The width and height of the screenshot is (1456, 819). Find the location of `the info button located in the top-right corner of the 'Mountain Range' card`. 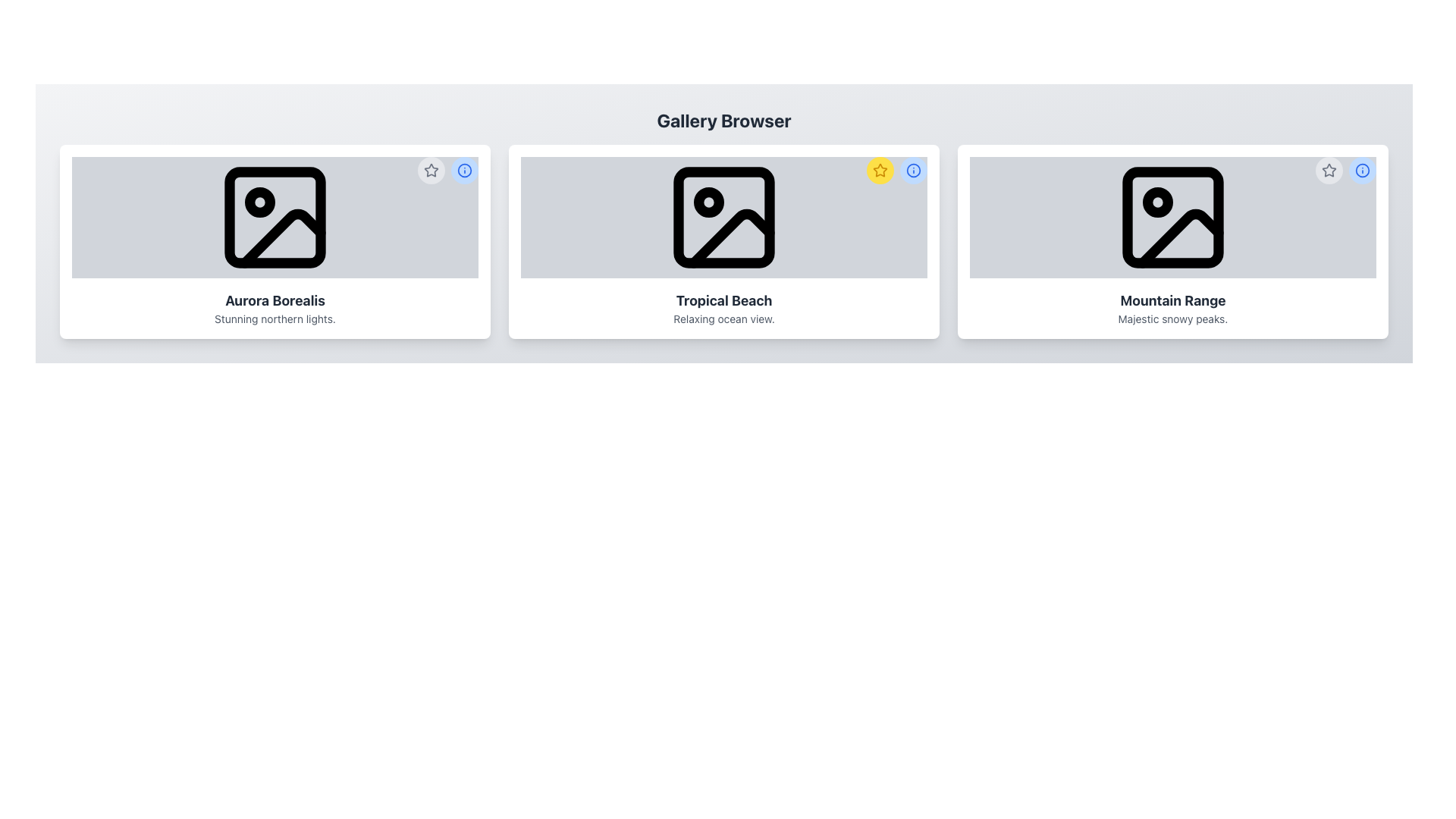

the info button located in the top-right corner of the 'Mountain Range' card is located at coordinates (1362, 170).